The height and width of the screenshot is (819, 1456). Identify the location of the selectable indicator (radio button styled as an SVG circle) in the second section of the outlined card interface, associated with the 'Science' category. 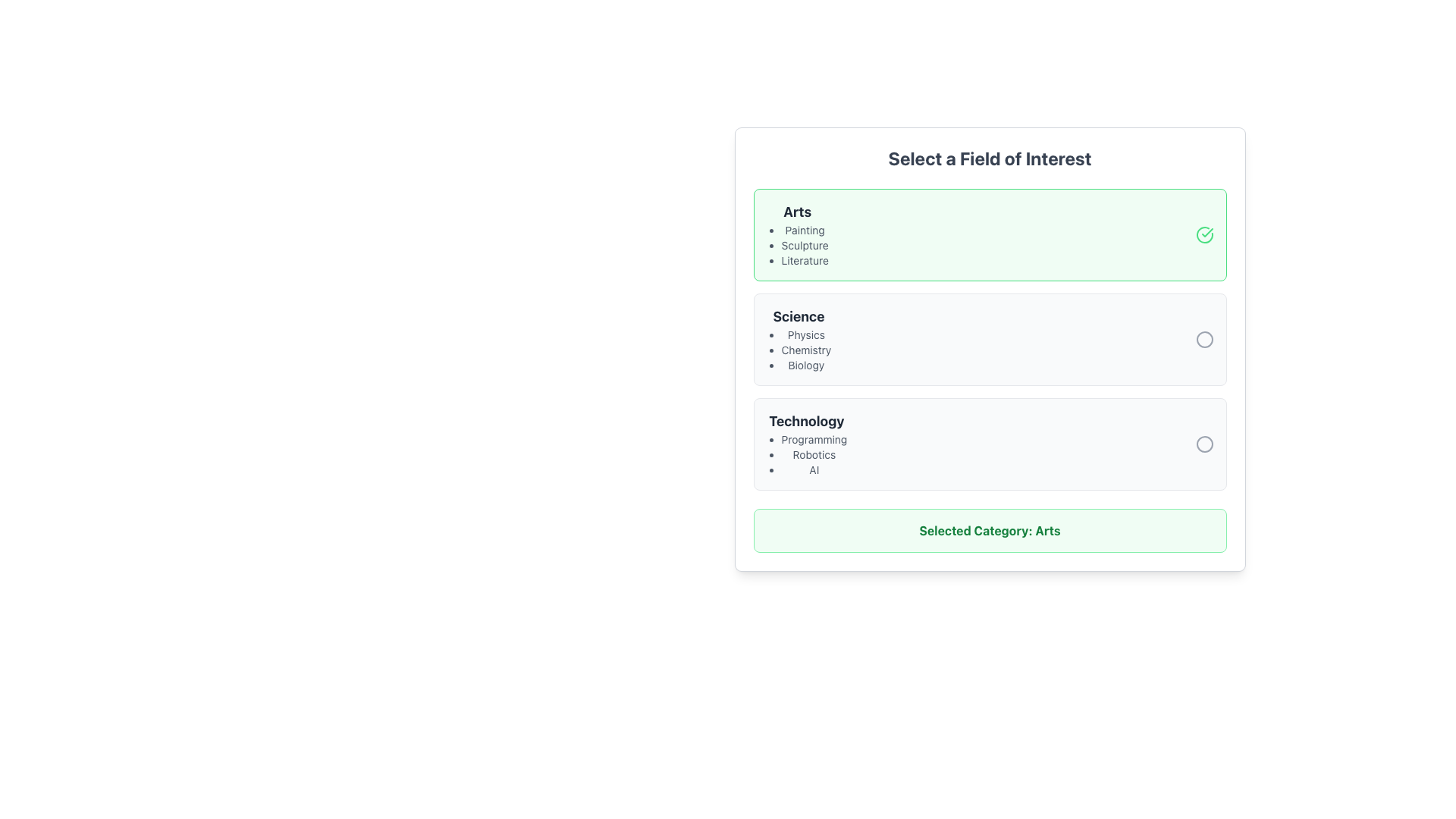
(1203, 338).